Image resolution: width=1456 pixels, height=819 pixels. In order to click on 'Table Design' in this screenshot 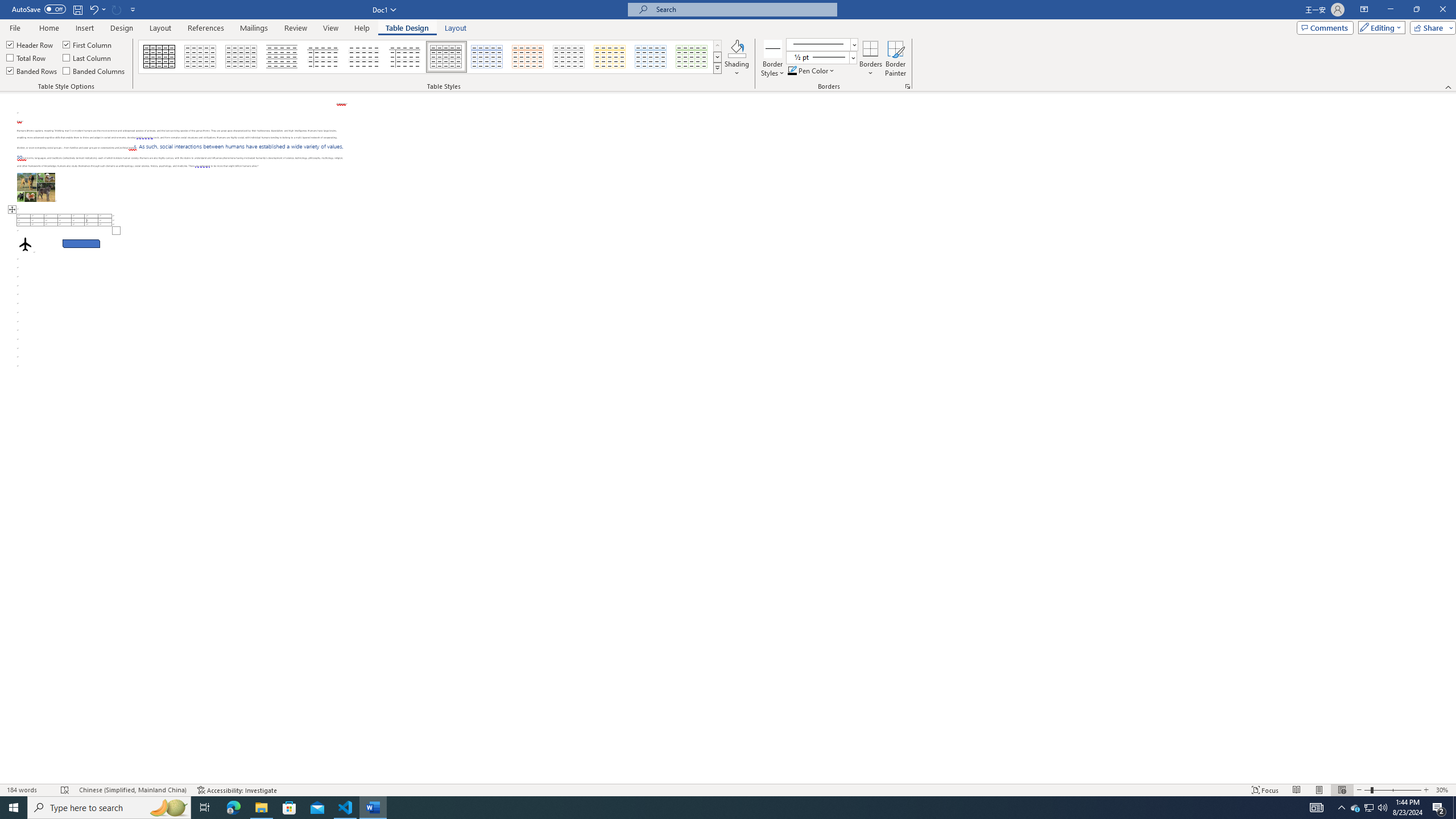, I will do `click(407, 28)`.